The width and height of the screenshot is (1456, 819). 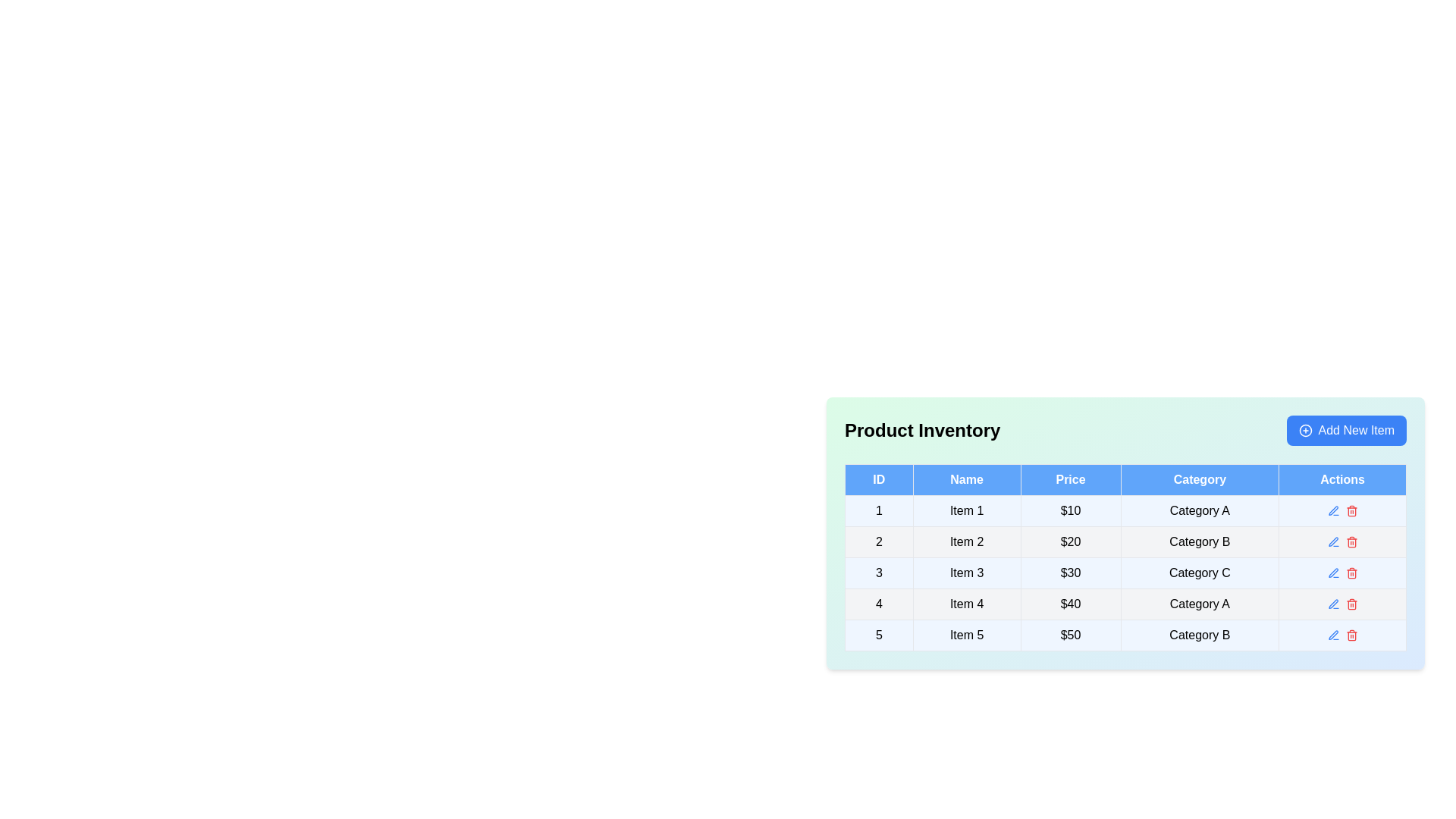 I want to click on price information displayed in the third cell of the row corresponding to 'Item 2' under the 'Price' column in the table located on the lower right side of the interface, so click(x=1069, y=541).